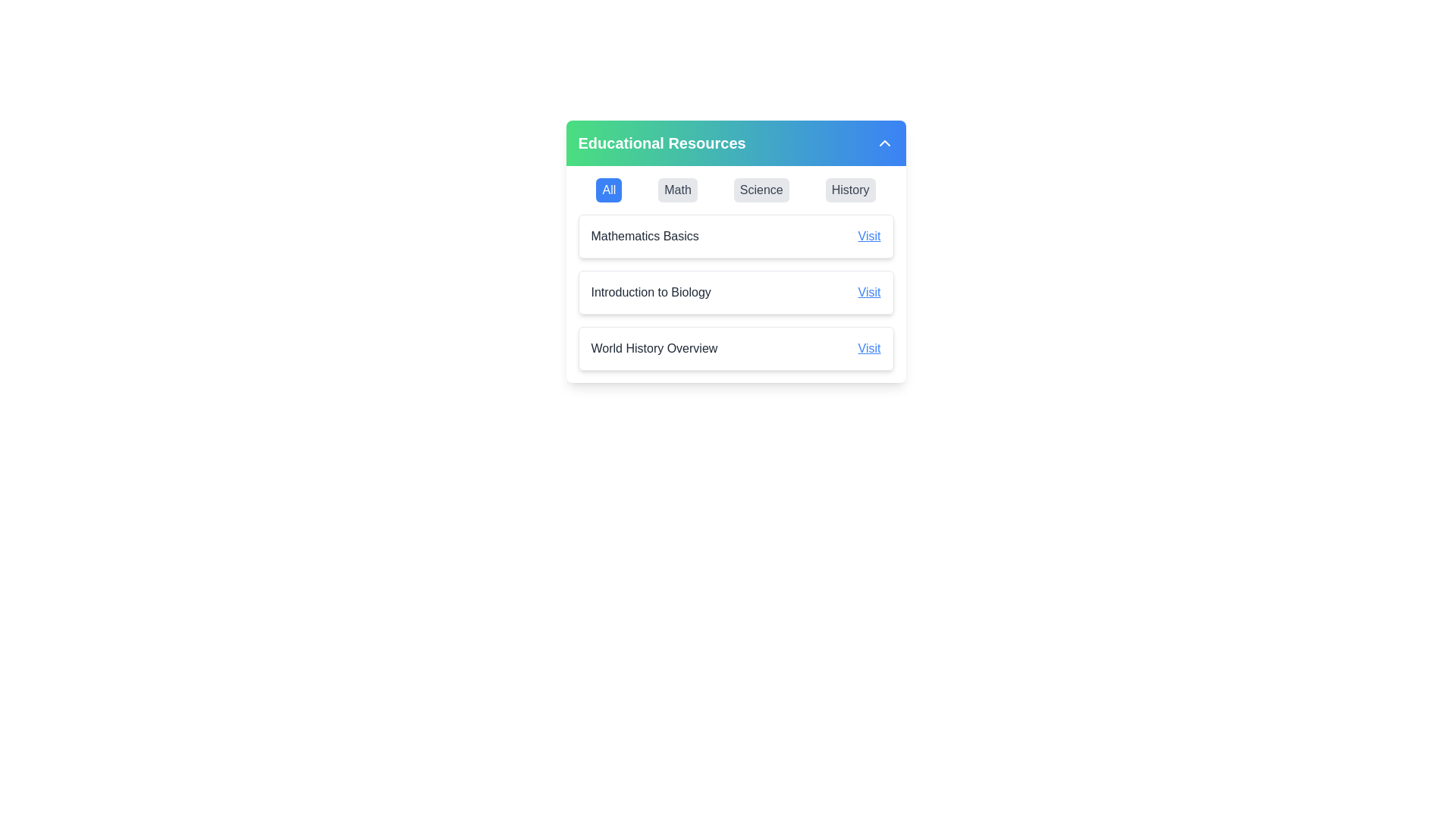 This screenshot has height=819, width=1456. I want to click on the link related to 'Science' located inside the list item titled 'Introduction to Biology', so click(869, 292).